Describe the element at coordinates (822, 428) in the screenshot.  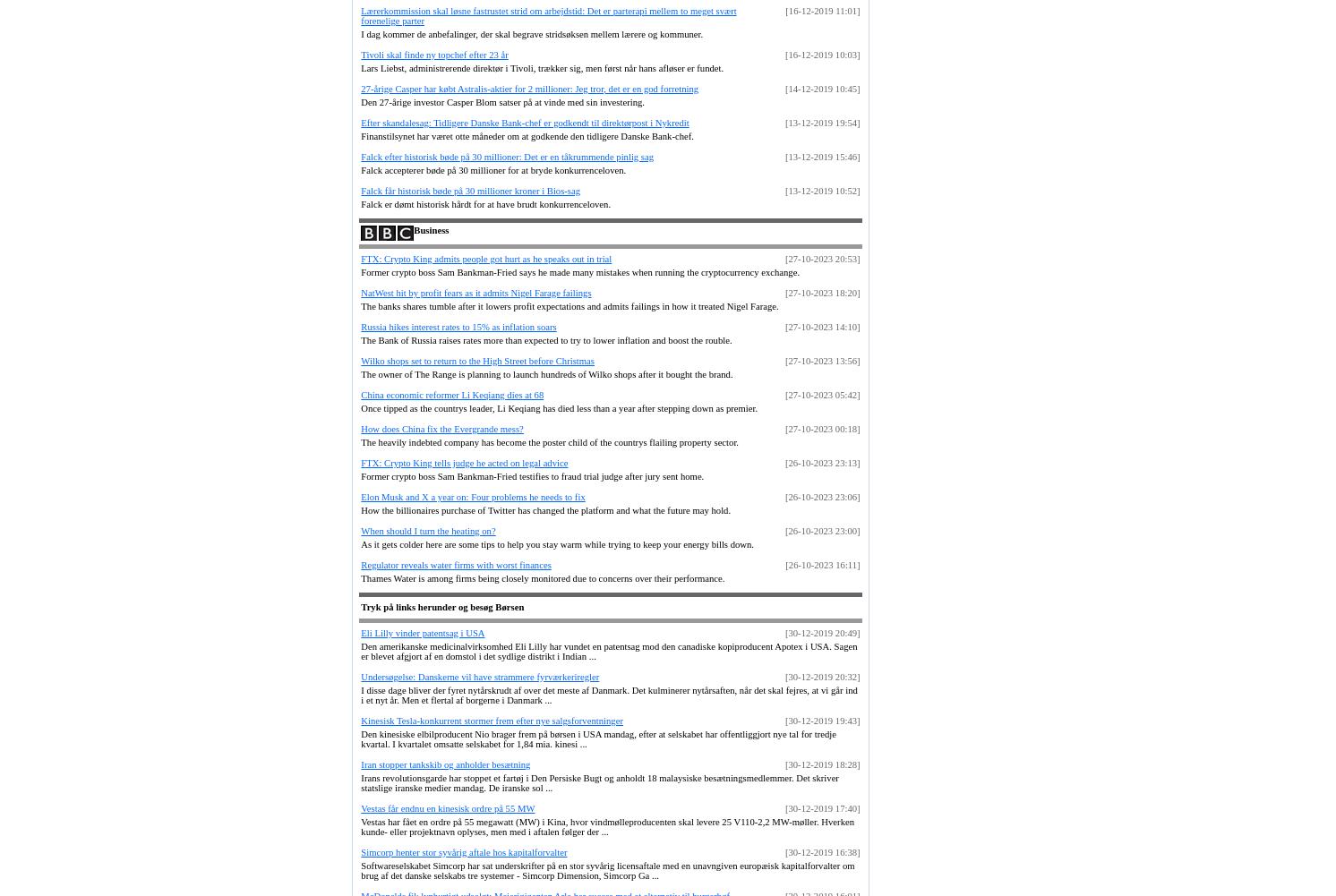
I see `'[27-10-2023 00:18]'` at that location.